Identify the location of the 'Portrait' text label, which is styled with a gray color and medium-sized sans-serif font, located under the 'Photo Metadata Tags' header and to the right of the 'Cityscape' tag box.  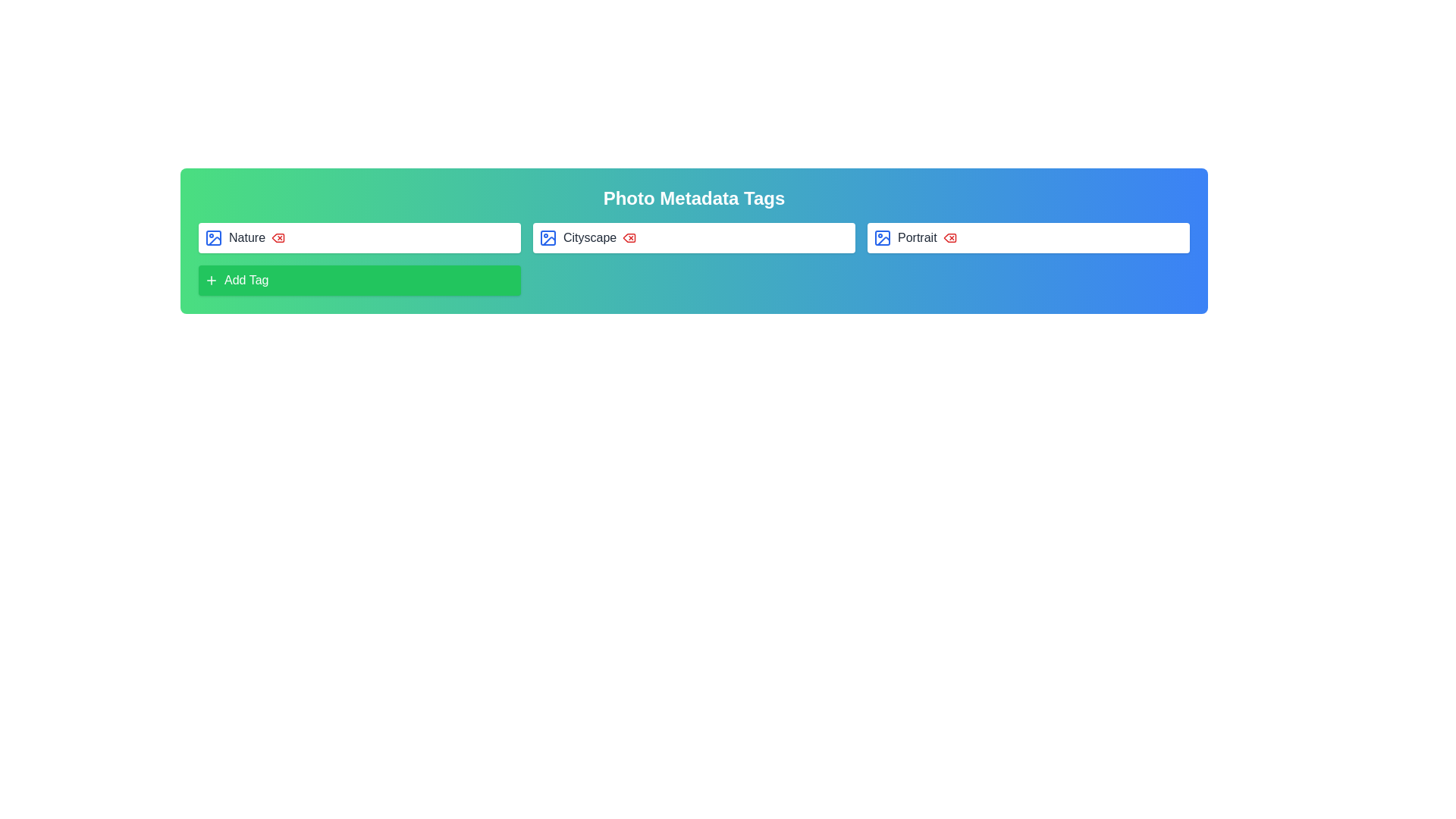
(916, 237).